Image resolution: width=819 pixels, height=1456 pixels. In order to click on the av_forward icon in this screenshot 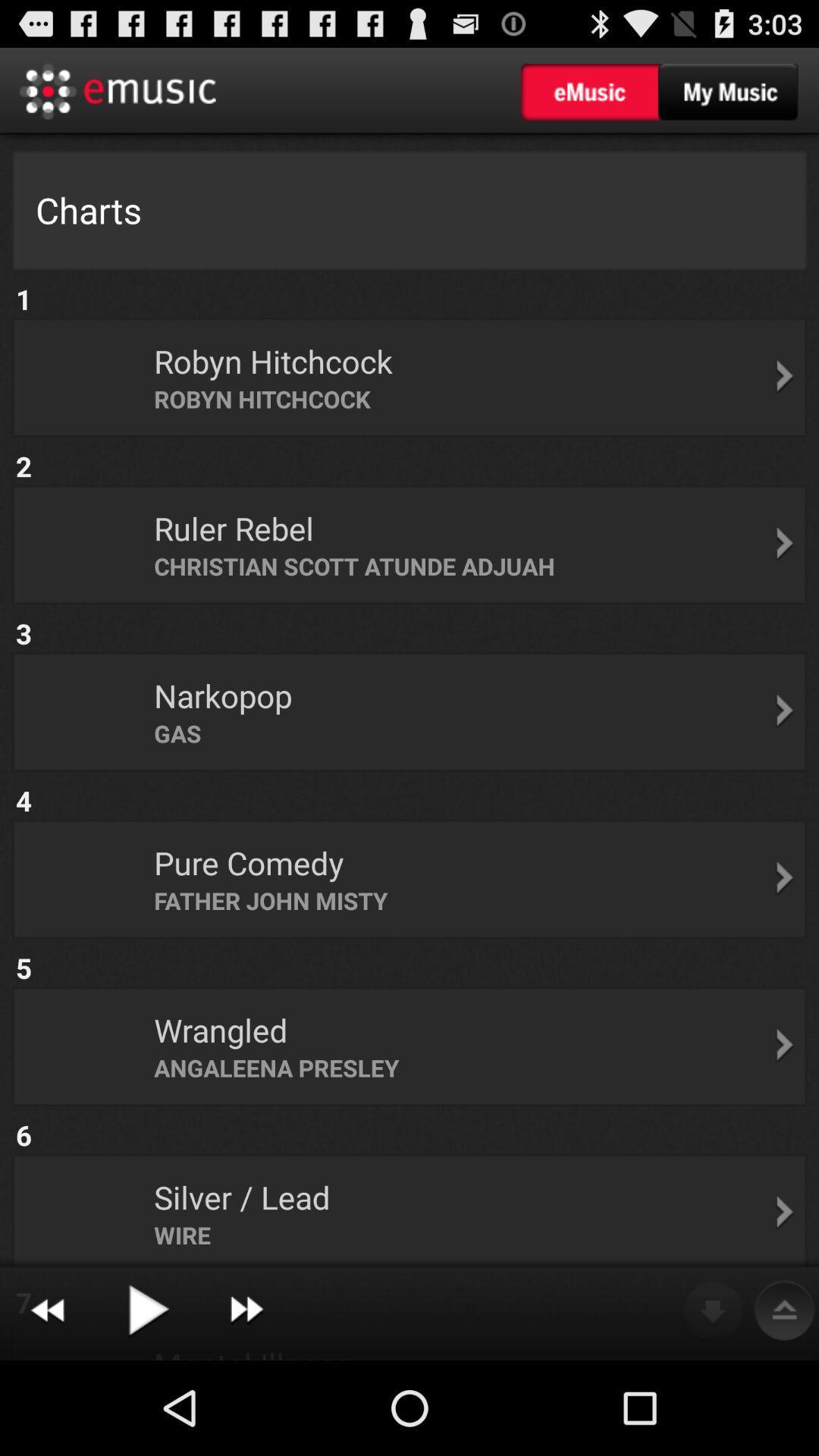, I will do `click(246, 1402)`.